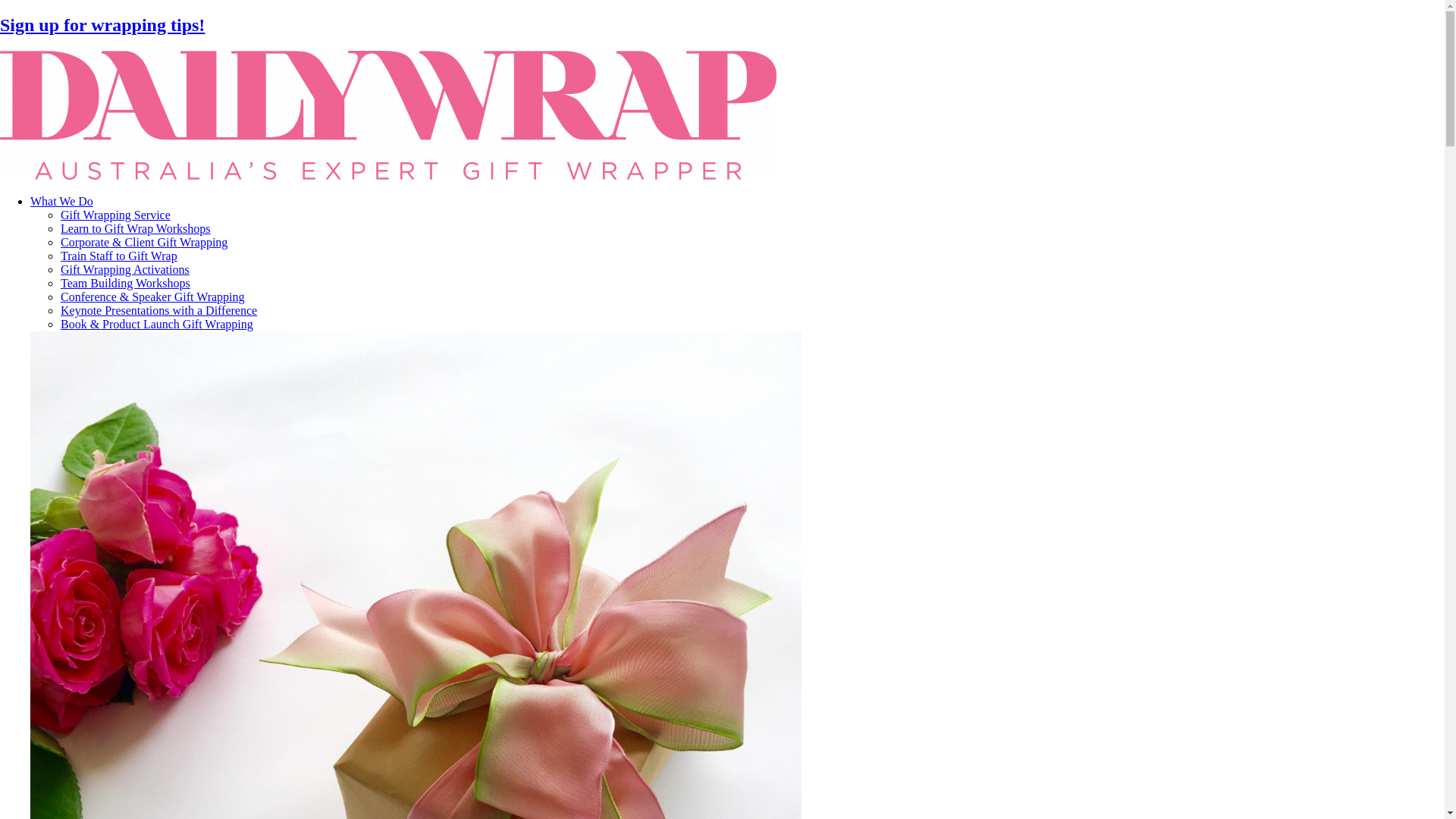  What do you see at coordinates (61, 297) in the screenshot?
I see `'Conference & Speaker Gift Wrapping'` at bounding box center [61, 297].